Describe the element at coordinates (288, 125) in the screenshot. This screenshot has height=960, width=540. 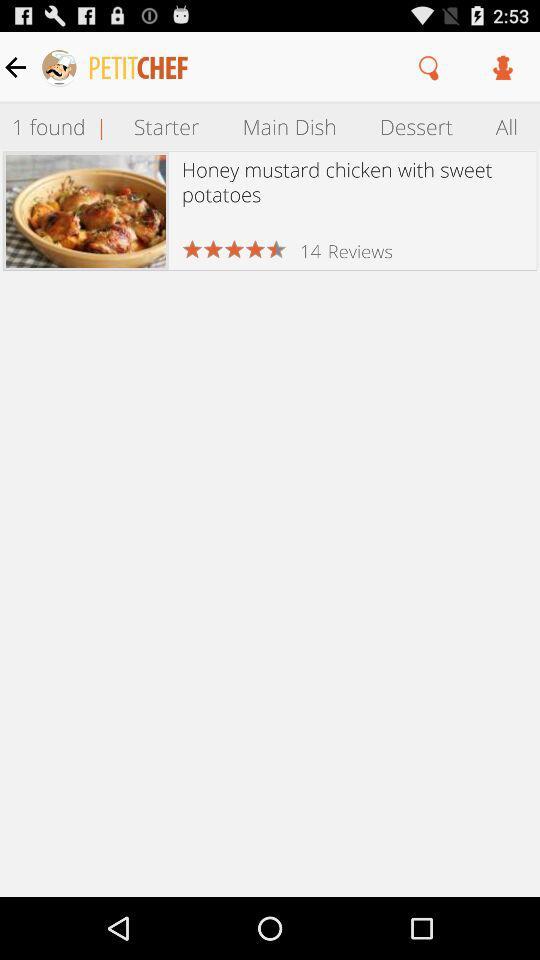
I see `item above honey mustard chicken item` at that location.